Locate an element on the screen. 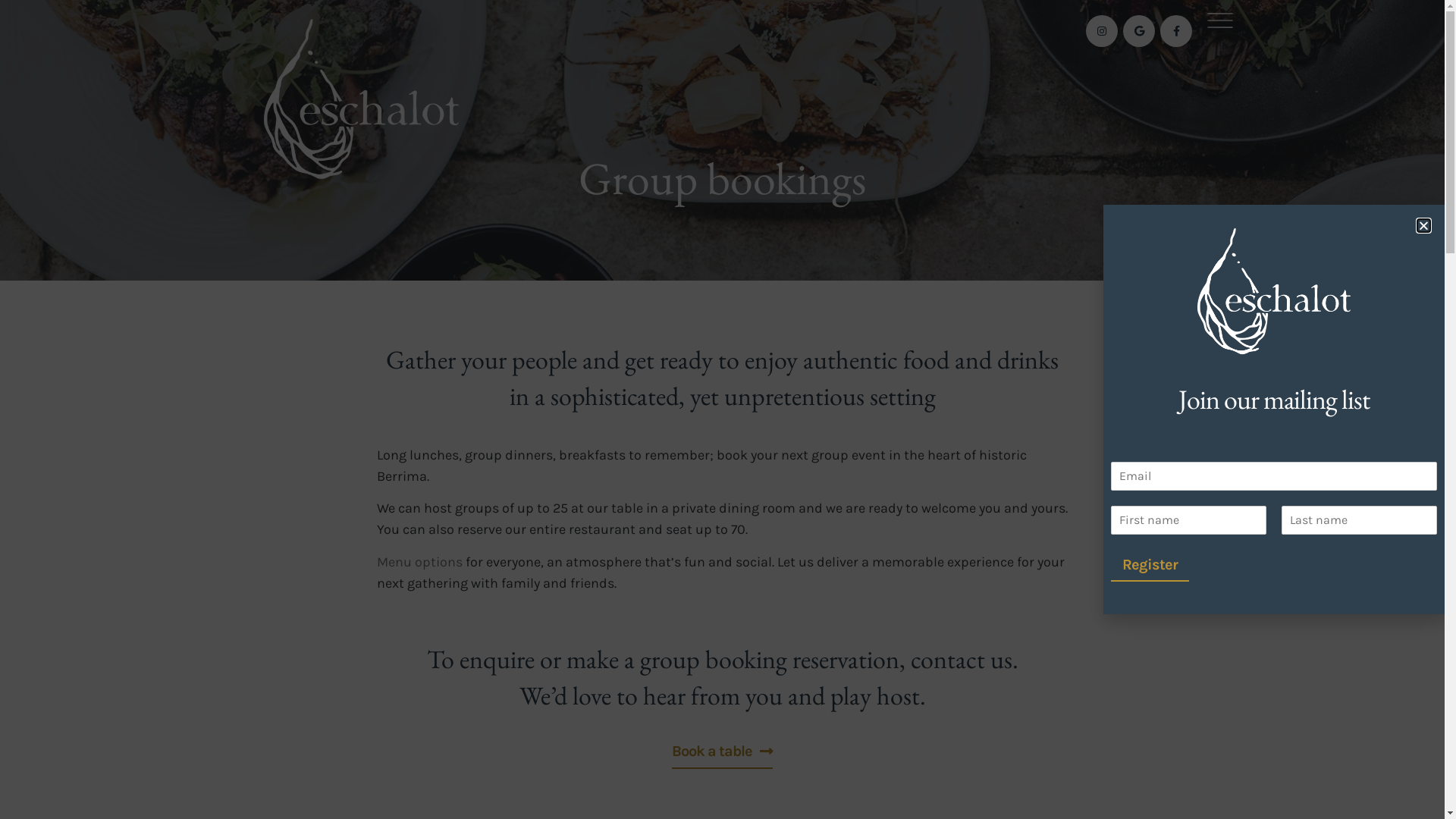  'contact us' is located at coordinates (960, 657).